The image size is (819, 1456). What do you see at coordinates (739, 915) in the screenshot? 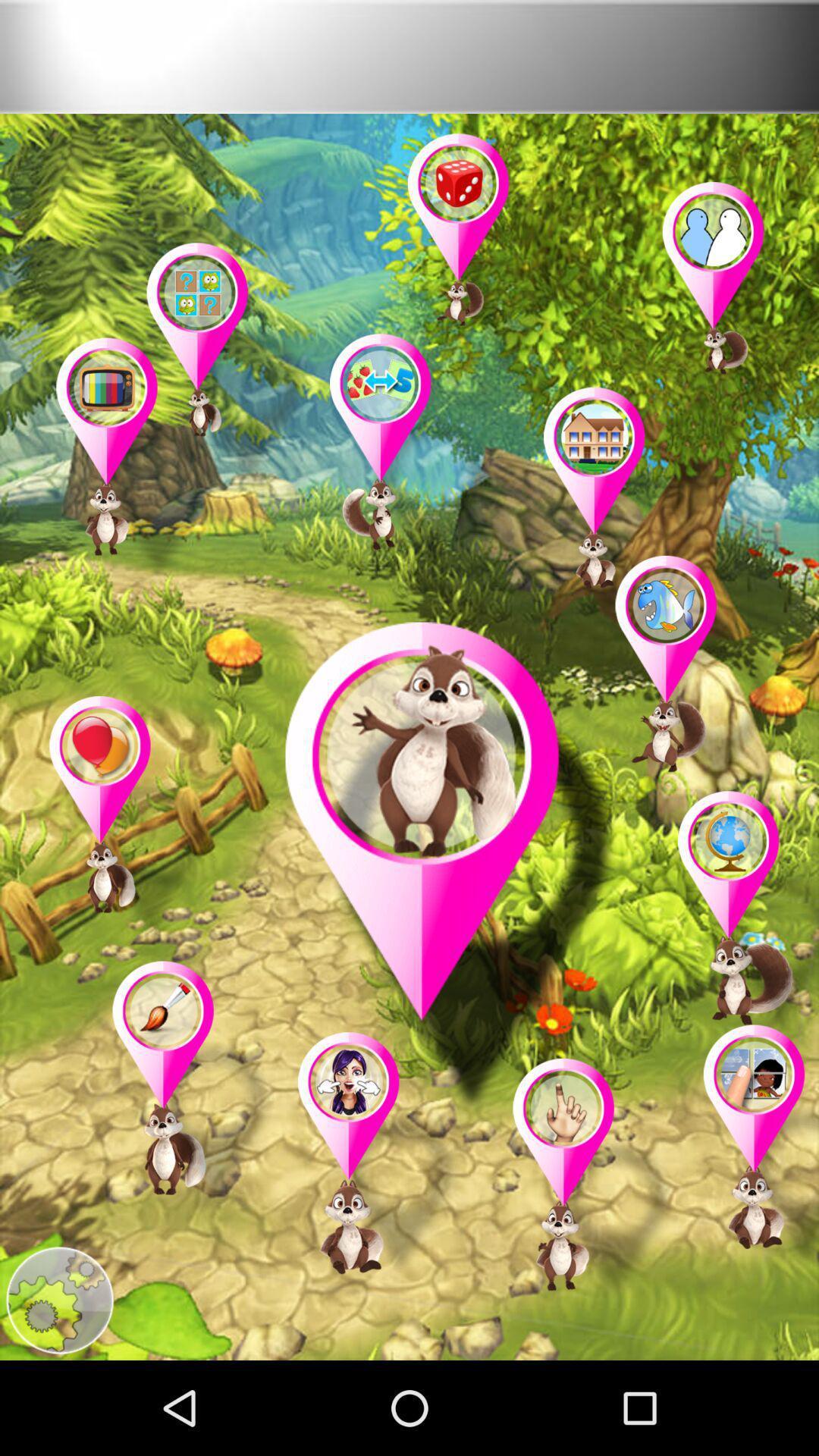
I see `squirrel with globe in thought bubble` at bounding box center [739, 915].